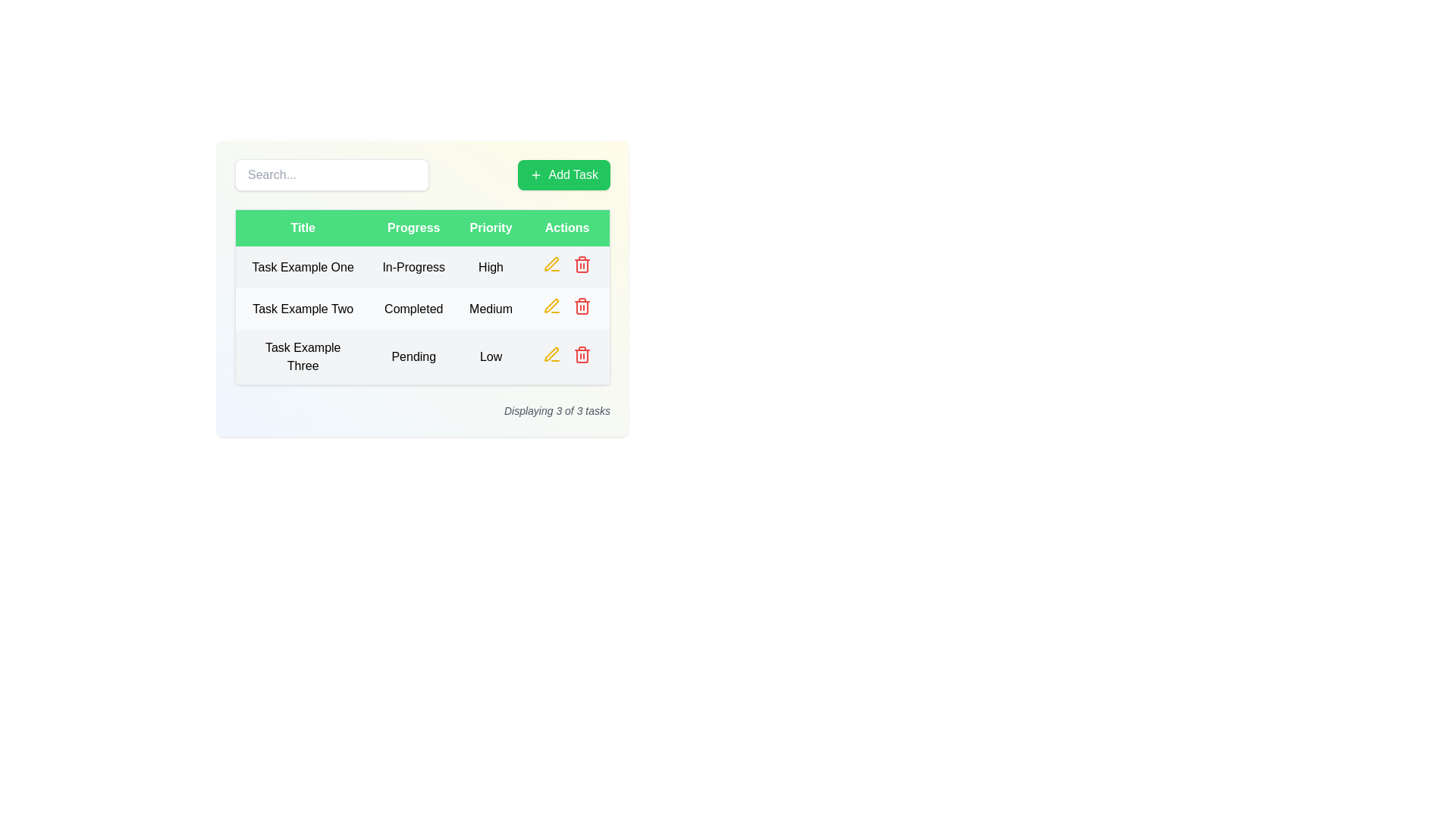 Image resolution: width=1456 pixels, height=819 pixels. I want to click on the third row of the task table containing 'Task Example Three' with status 'Pending' and priority 'Low', so click(422, 357).